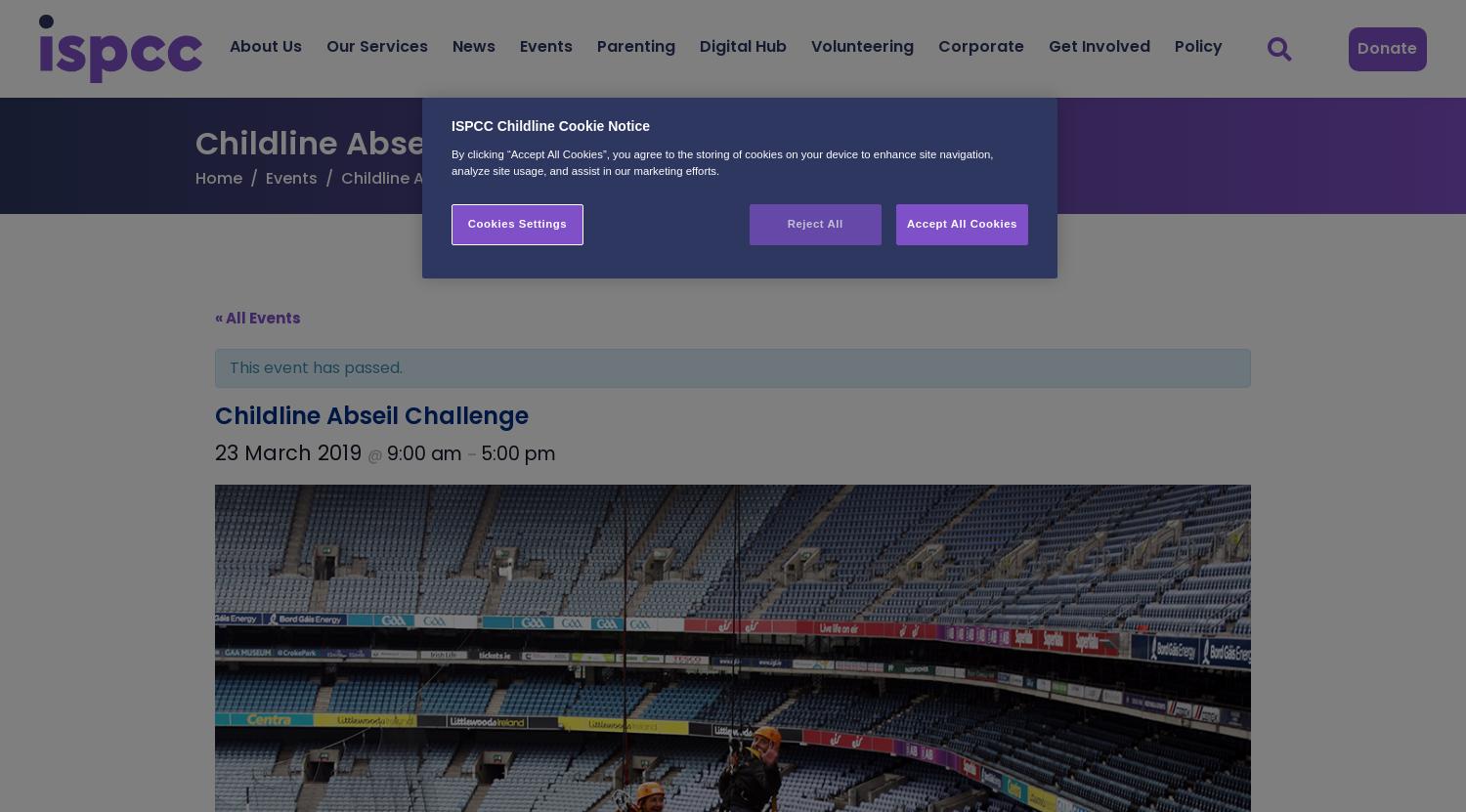 The height and width of the screenshot is (812, 1466). I want to click on '23 March 2019', so click(291, 452).